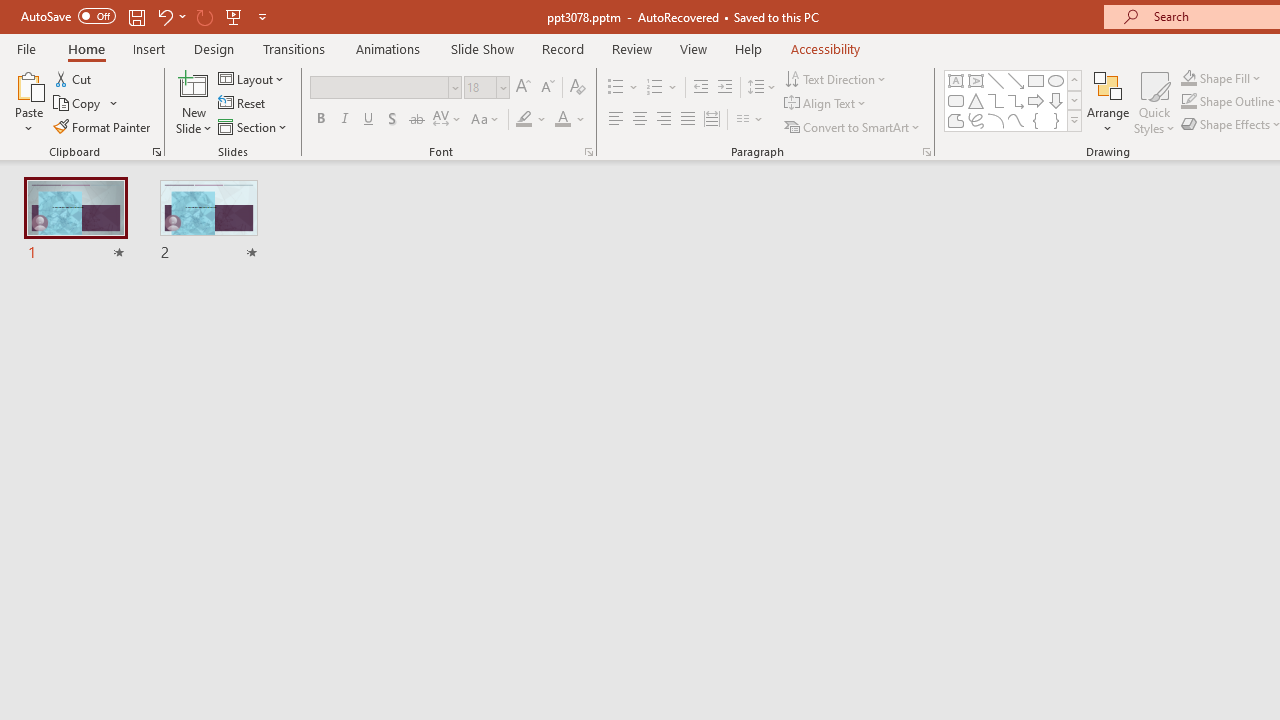 Image resolution: width=1280 pixels, height=720 pixels. What do you see at coordinates (1189, 77) in the screenshot?
I see `'Shape Fill Dark Green, Accent 2'` at bounding box center [1189, 77].